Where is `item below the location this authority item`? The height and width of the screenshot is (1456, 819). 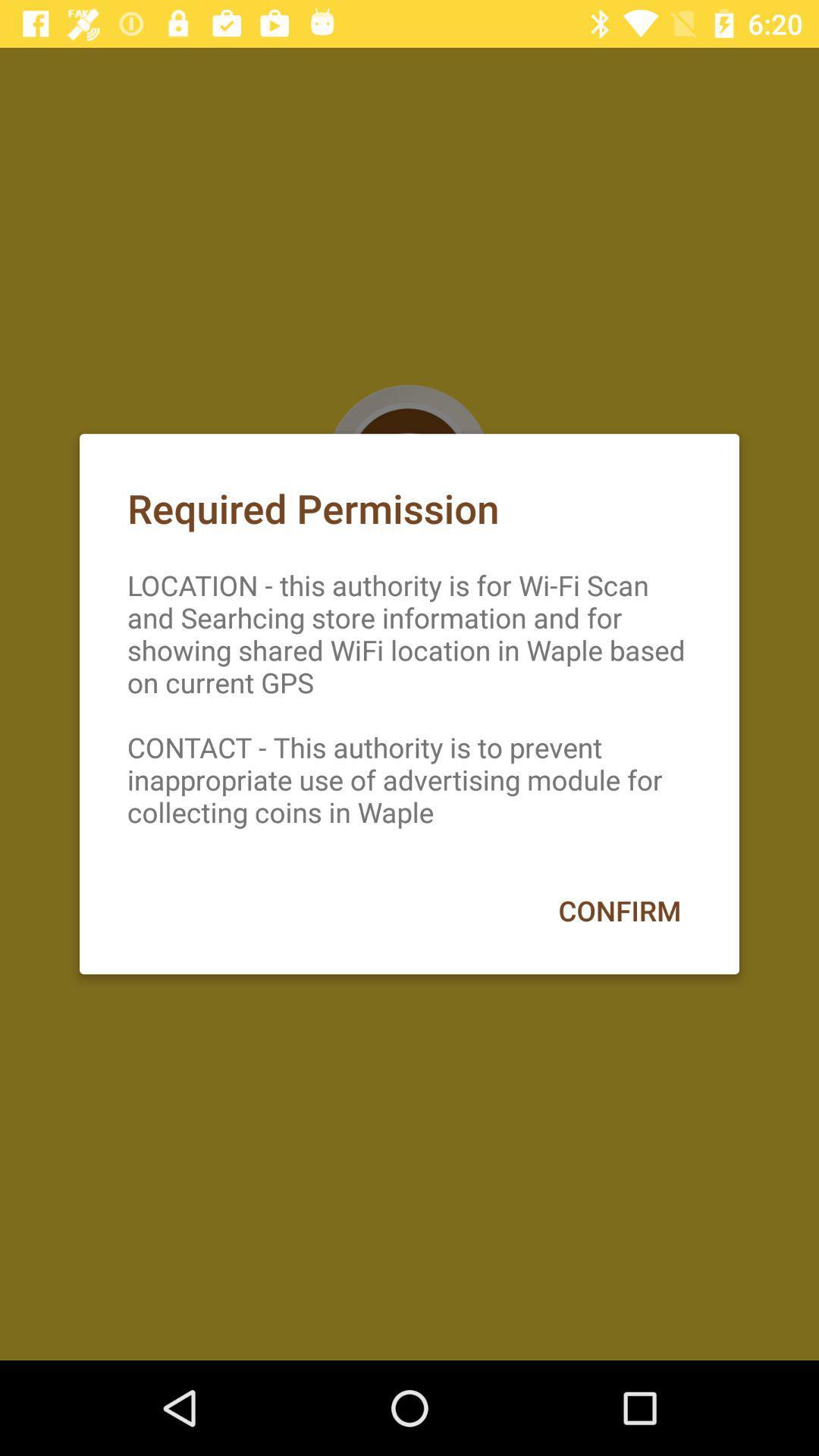
item below the location this authority item is located at coordinates (620, 910).